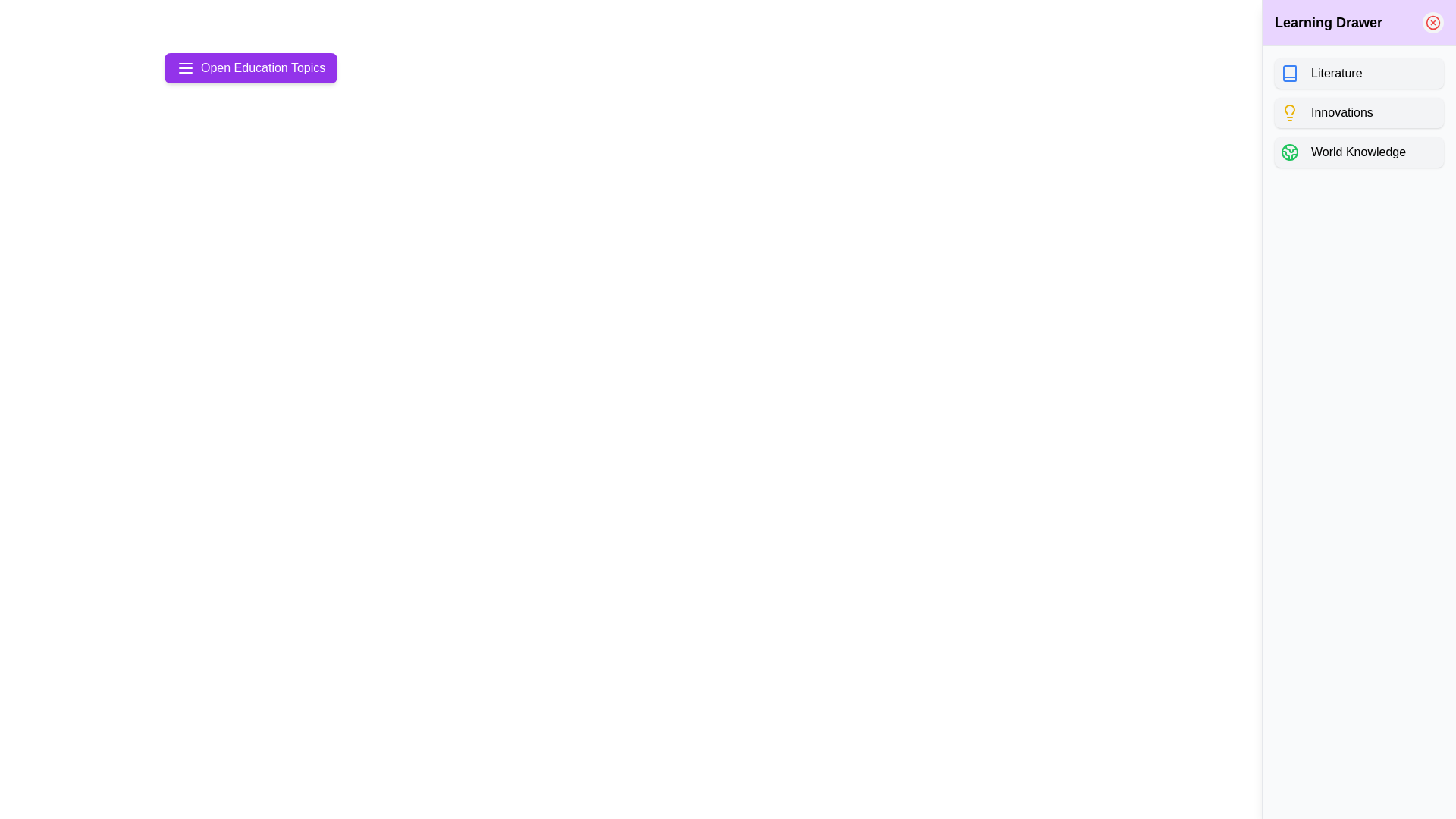 The image size is (1456, 819). Describe the element at coordinates (1359, 73) in the screenshot. I see `the topic button labeled Literature` at that location.